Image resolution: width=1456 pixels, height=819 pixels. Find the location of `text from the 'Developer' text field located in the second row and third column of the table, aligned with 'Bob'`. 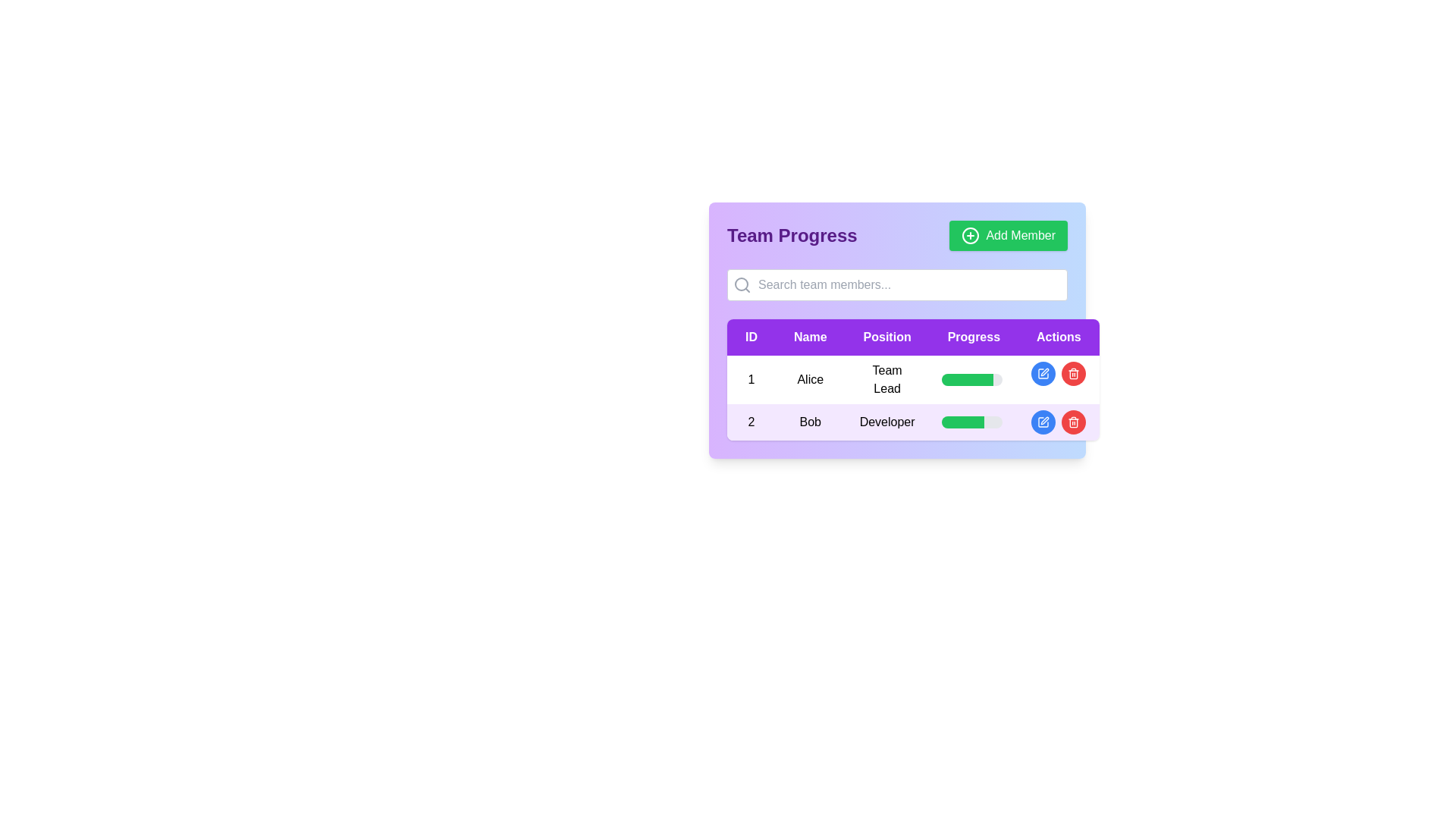

text from the 'Developer' text field located in the second row and third column of the table, aligned with 'Bob' is located at coordinates (887, 422).